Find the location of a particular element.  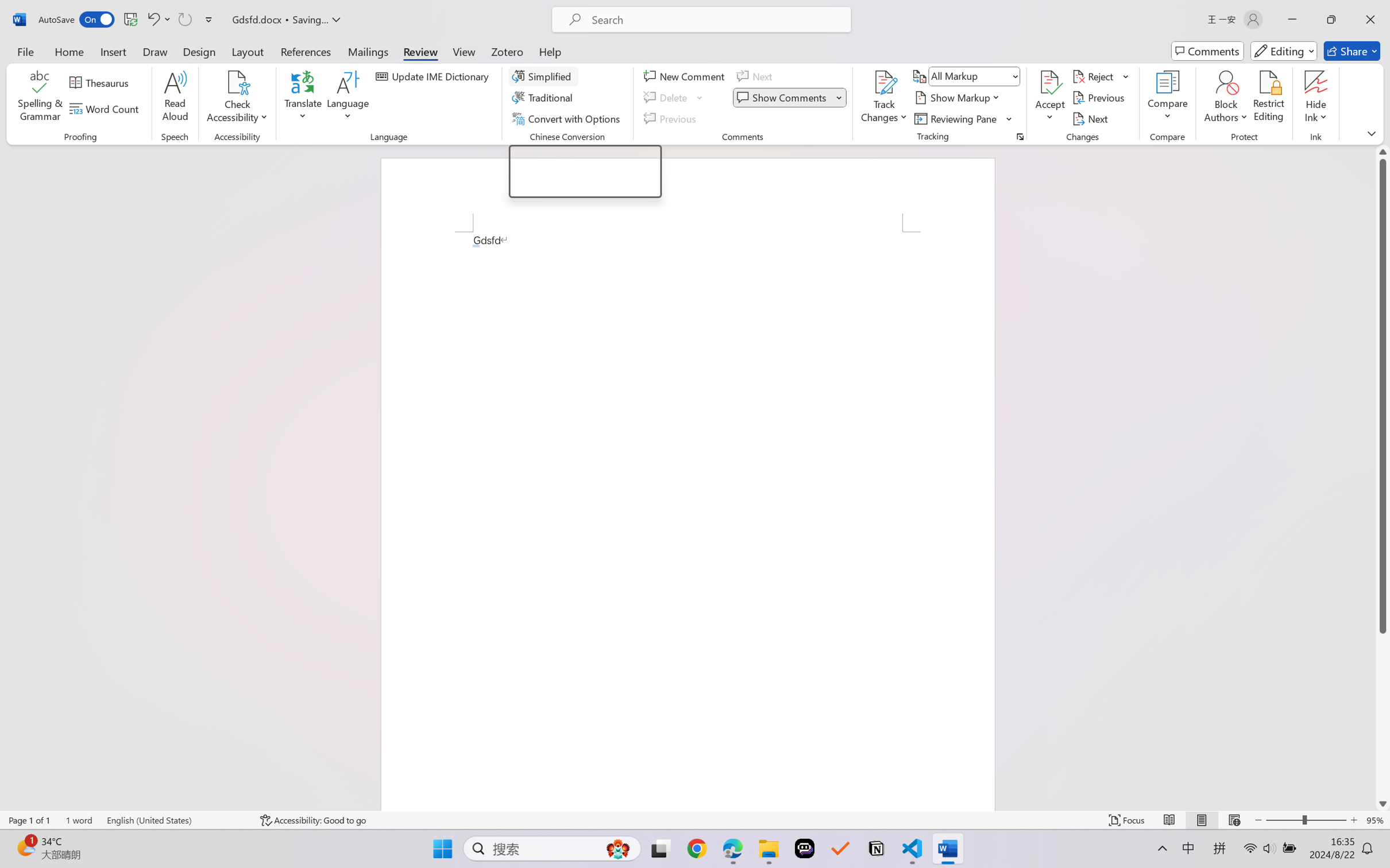

'Reviewing Pane' is located at coordinates (956, 119).